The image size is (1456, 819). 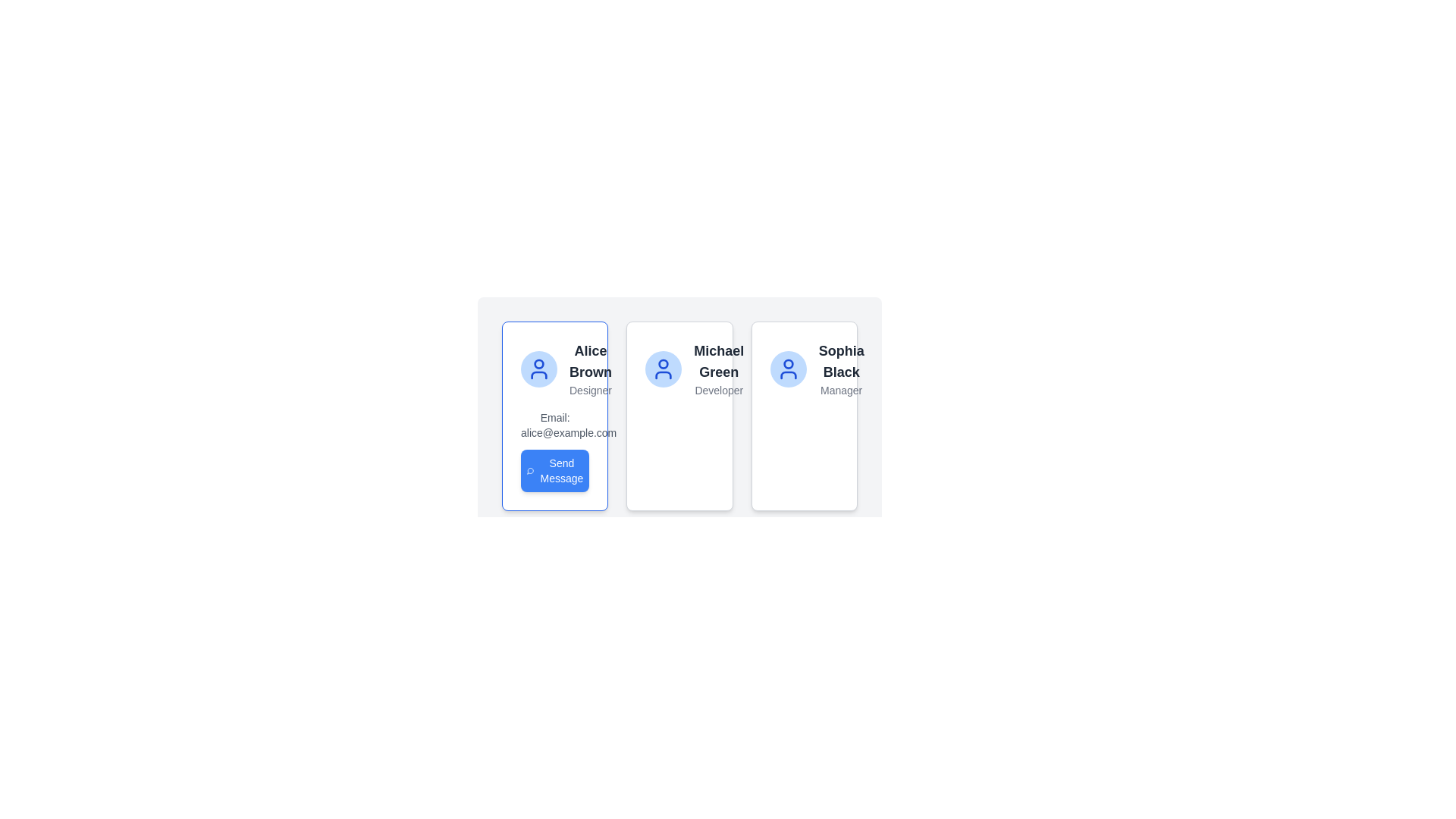 I want to click on the Text Label displaying the name and job title of a user or team member in the top section of the leftmost card, so click(x=589, y=369).